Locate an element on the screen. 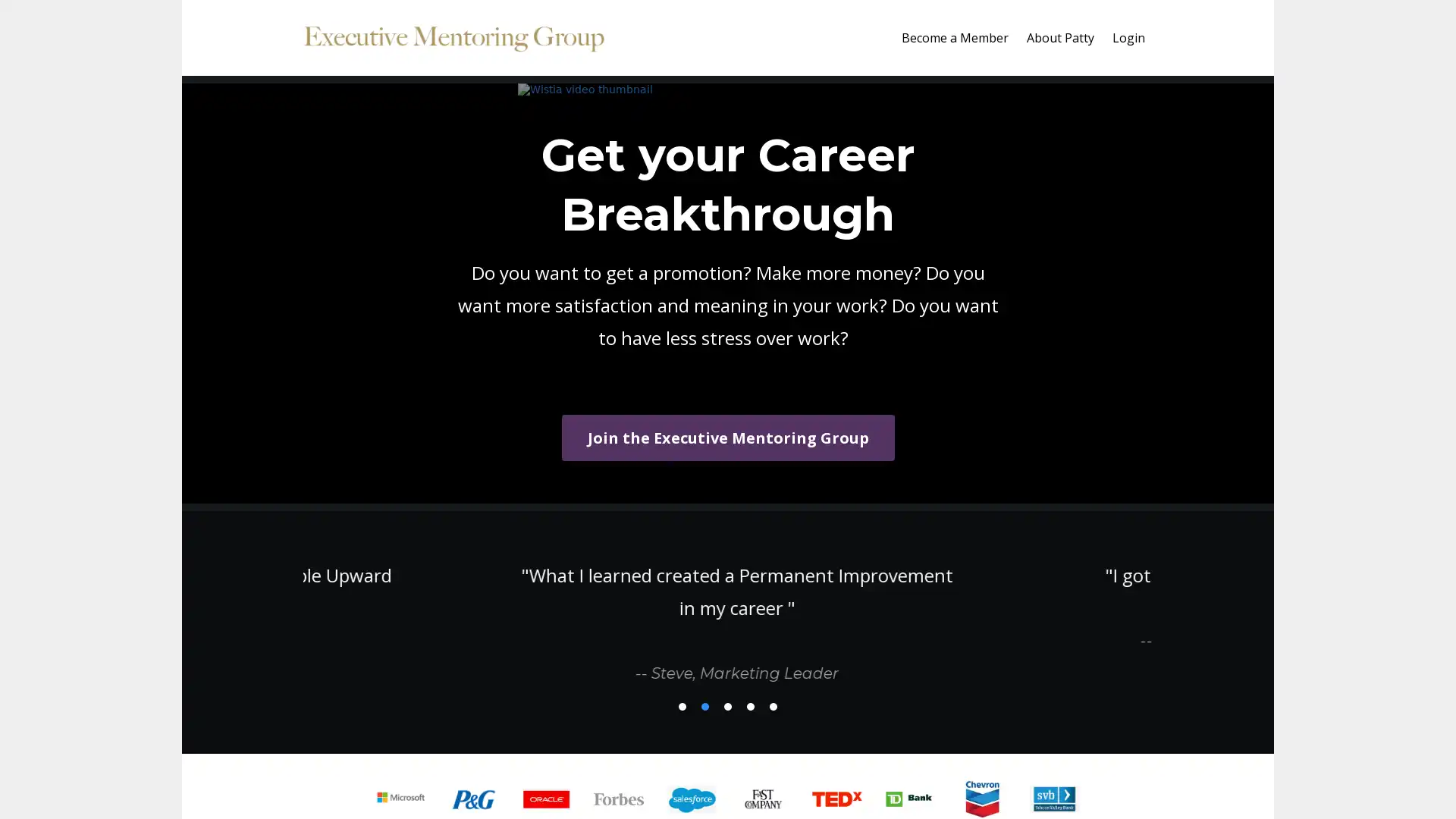 This screenshot has height=819, width=1456. 4 is located at coordinates (750, 672).